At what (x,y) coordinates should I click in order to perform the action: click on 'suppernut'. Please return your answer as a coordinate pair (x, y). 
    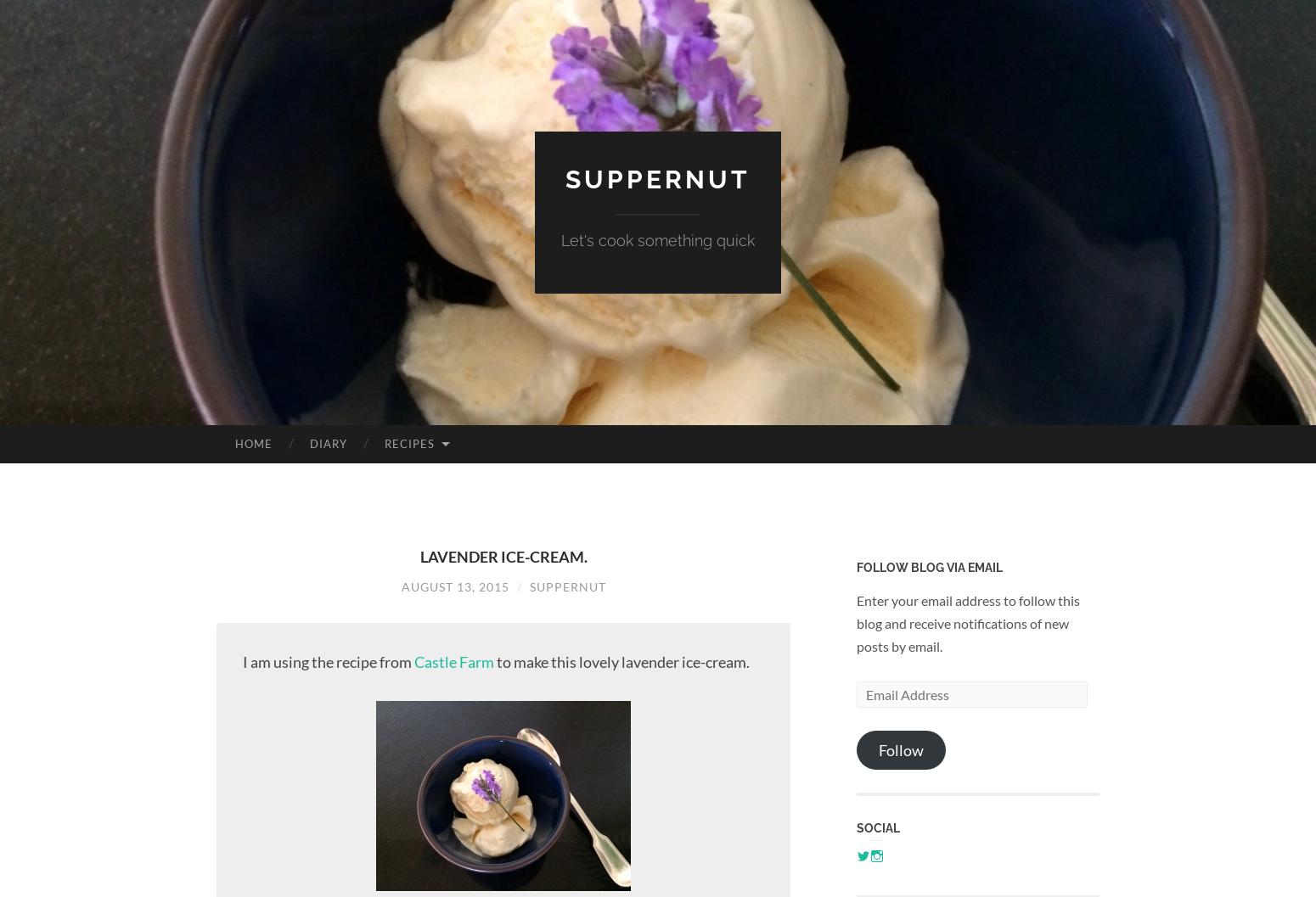
    Looking at the image, I should click on (658, 178).